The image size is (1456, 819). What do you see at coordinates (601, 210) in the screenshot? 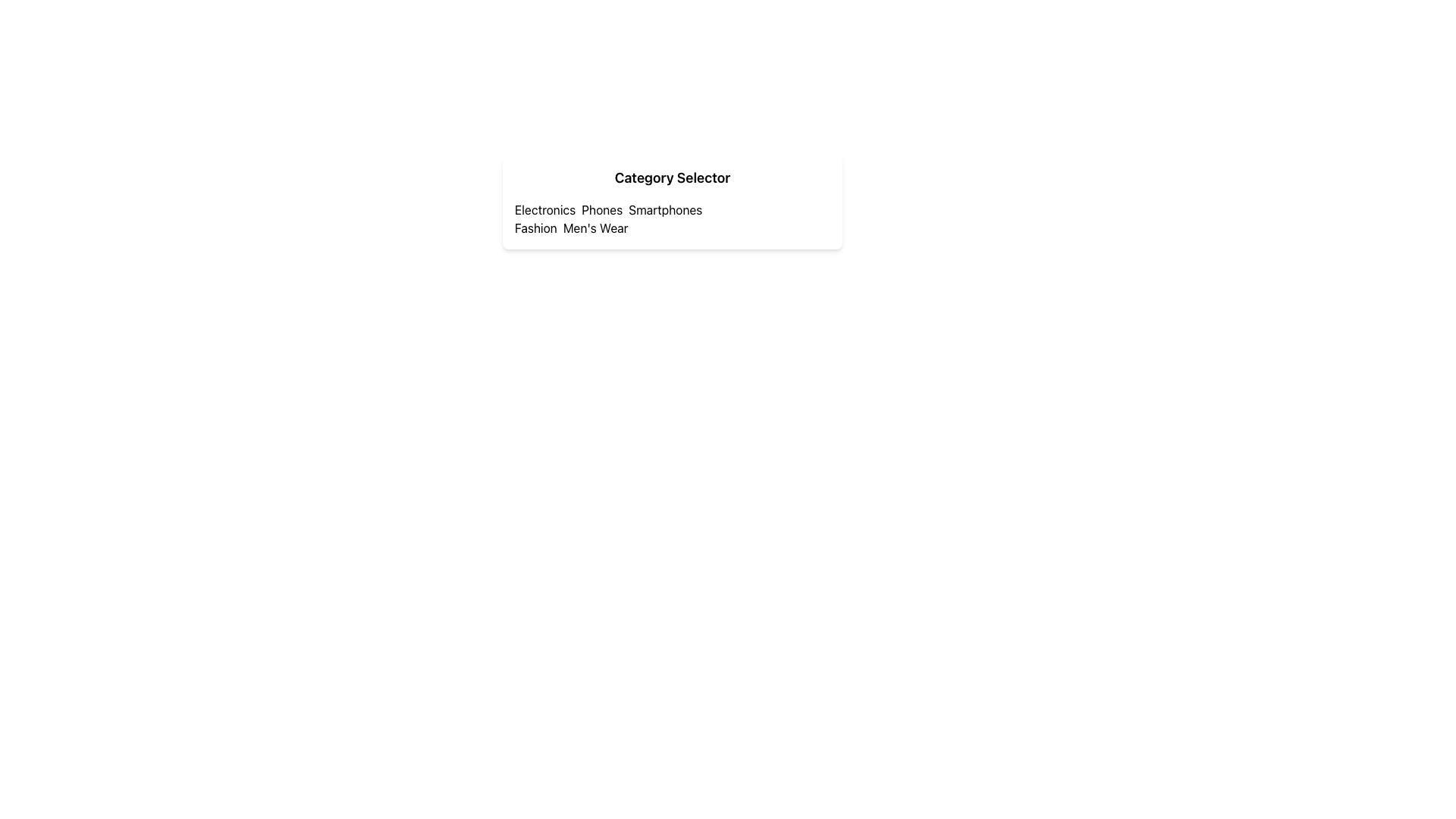
I see `the text label that identifies the 'Phones' category in the category selector` at bounding box center [601, 210].